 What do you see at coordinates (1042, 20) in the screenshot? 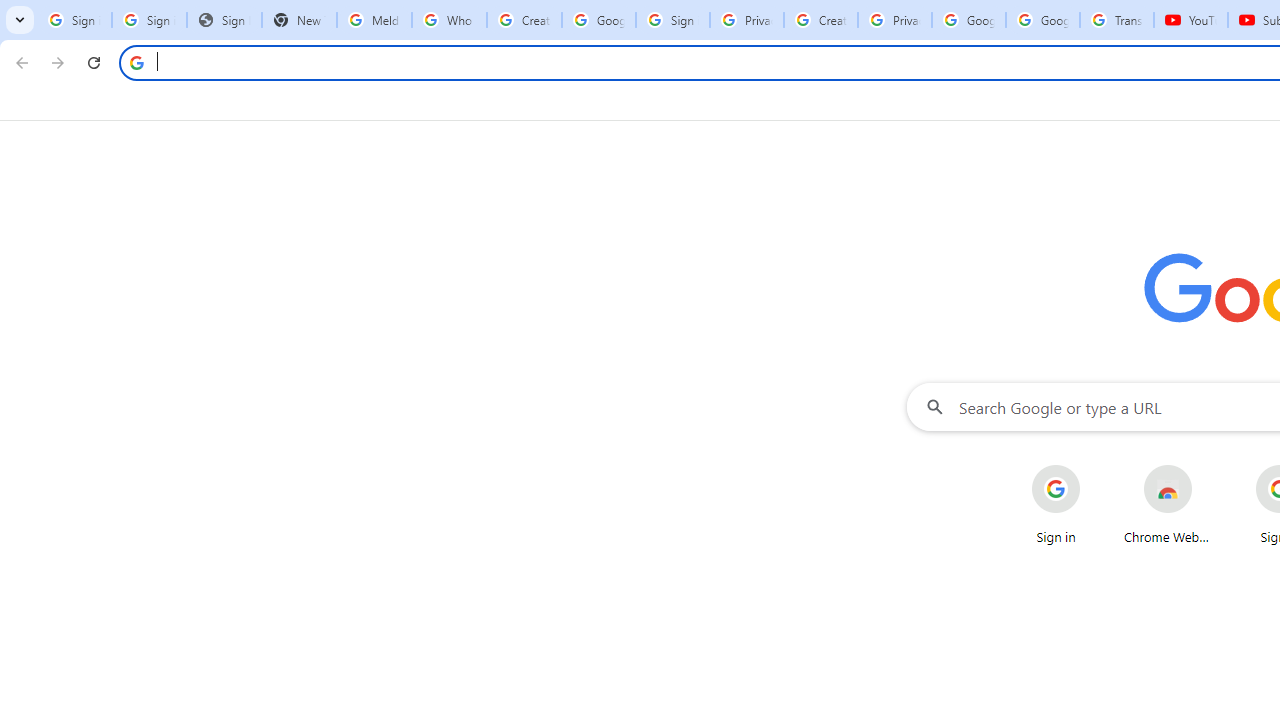
I see `'Google Account'` at bounding box center [1042, 20].